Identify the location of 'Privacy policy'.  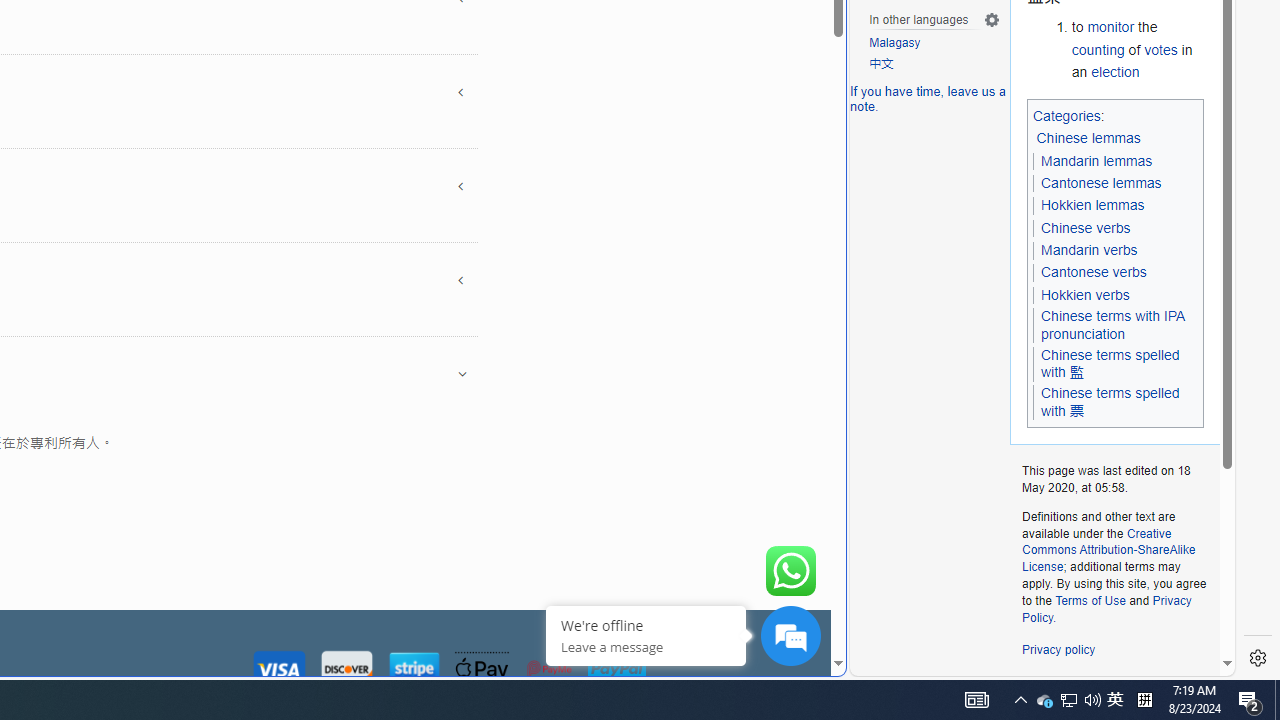
(1057, 650).